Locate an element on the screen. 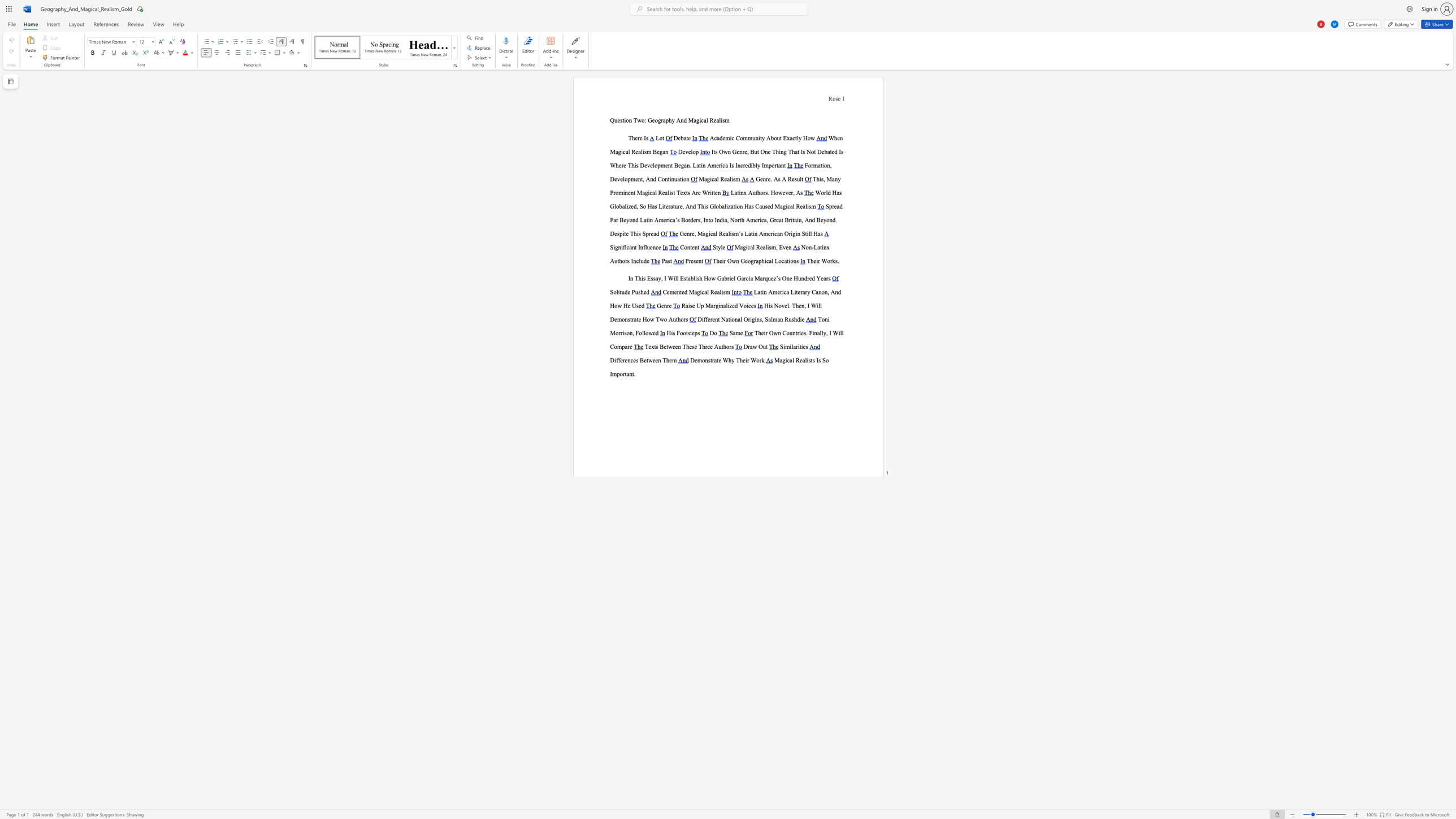  the subset text "l Origins, Salman Rushd" within the text "Different National Origins, Salman Rushdie" is located at coordinates (740, 319).